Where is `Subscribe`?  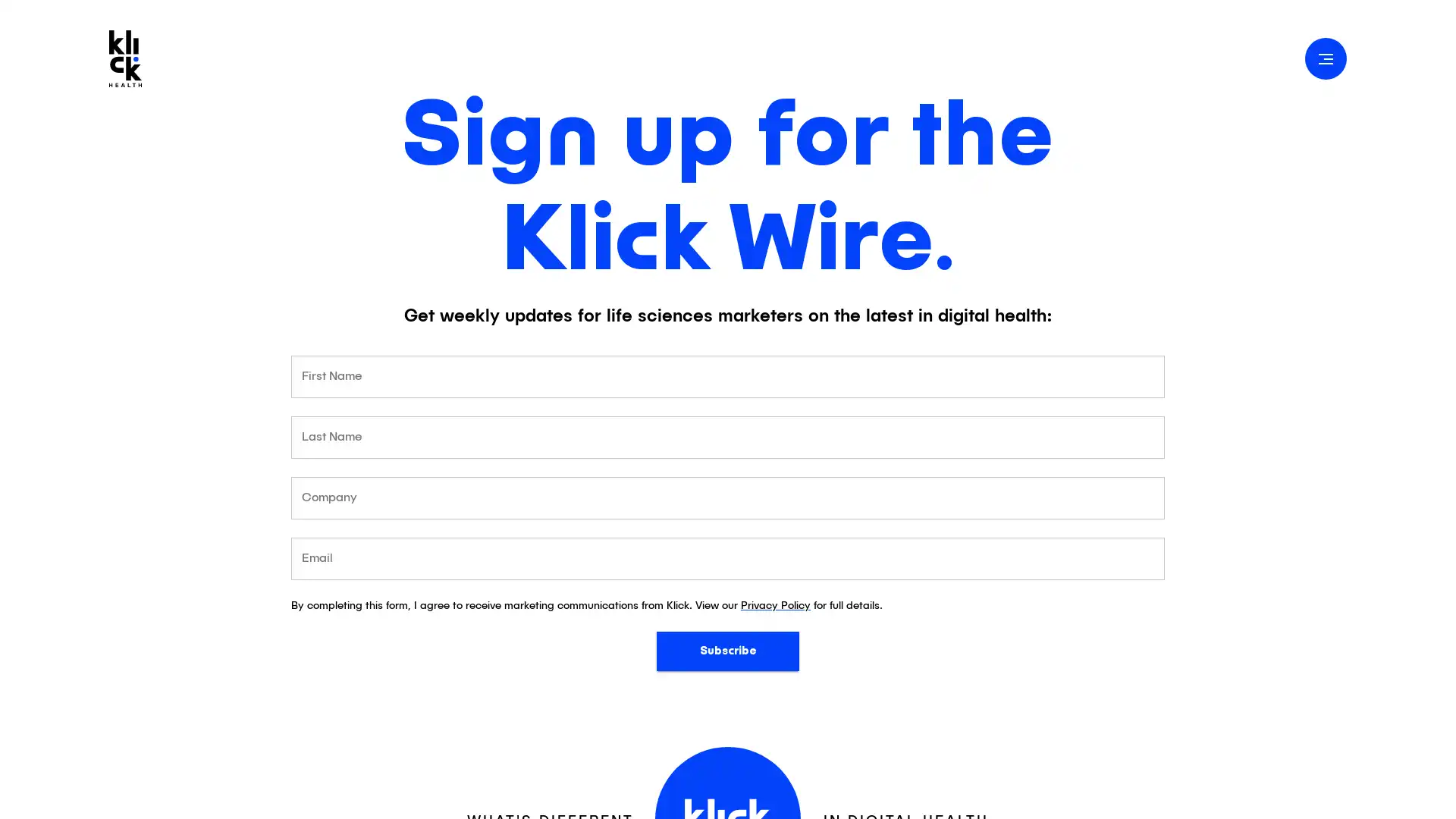 Subscribe is located at coordinates (728, 650).